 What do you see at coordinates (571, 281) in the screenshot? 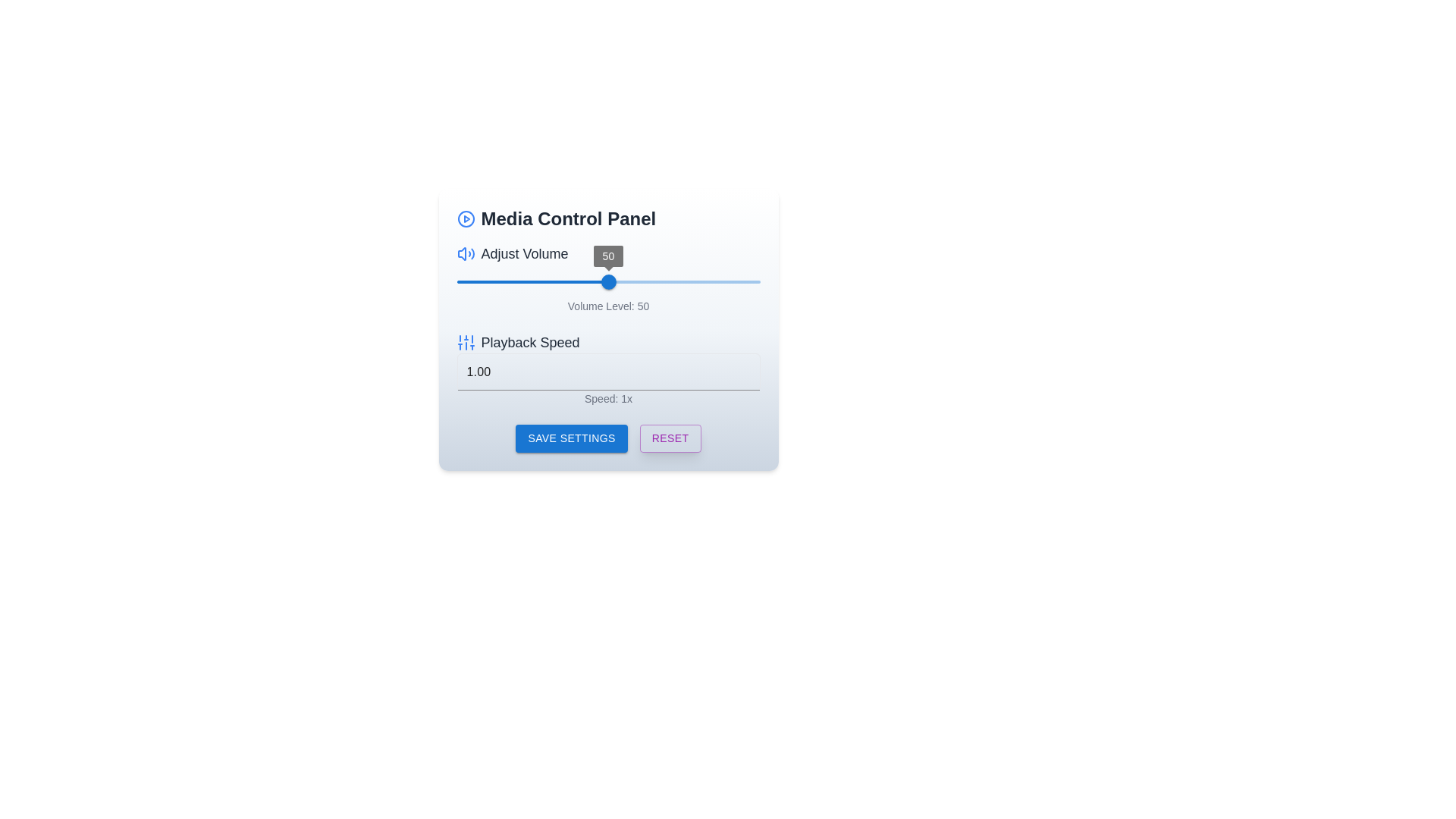
I see `volume` at bounding box center [571, 281].